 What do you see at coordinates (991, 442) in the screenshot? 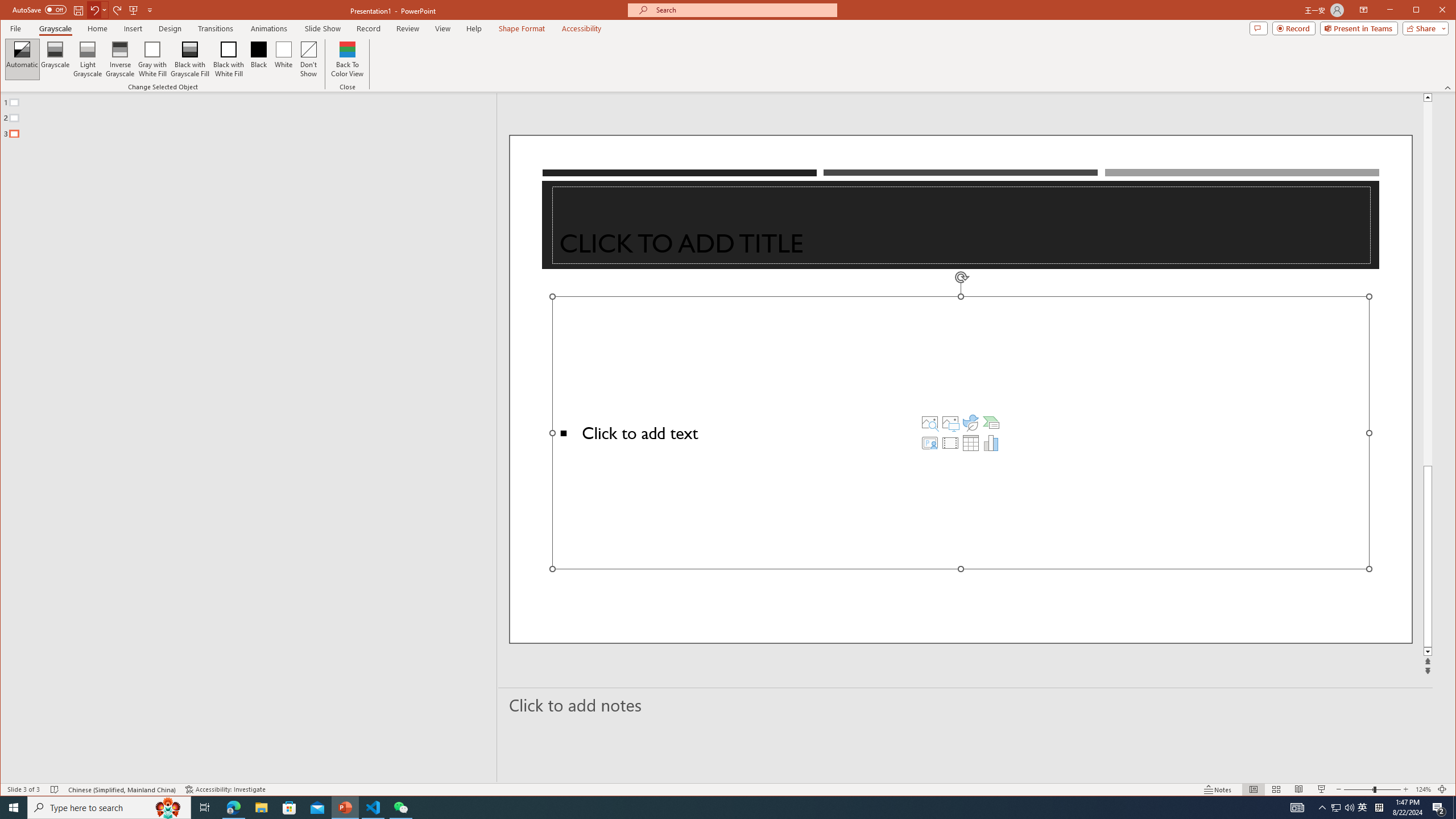
I see `'Insert Chart'` at bounding box center [991, 442].